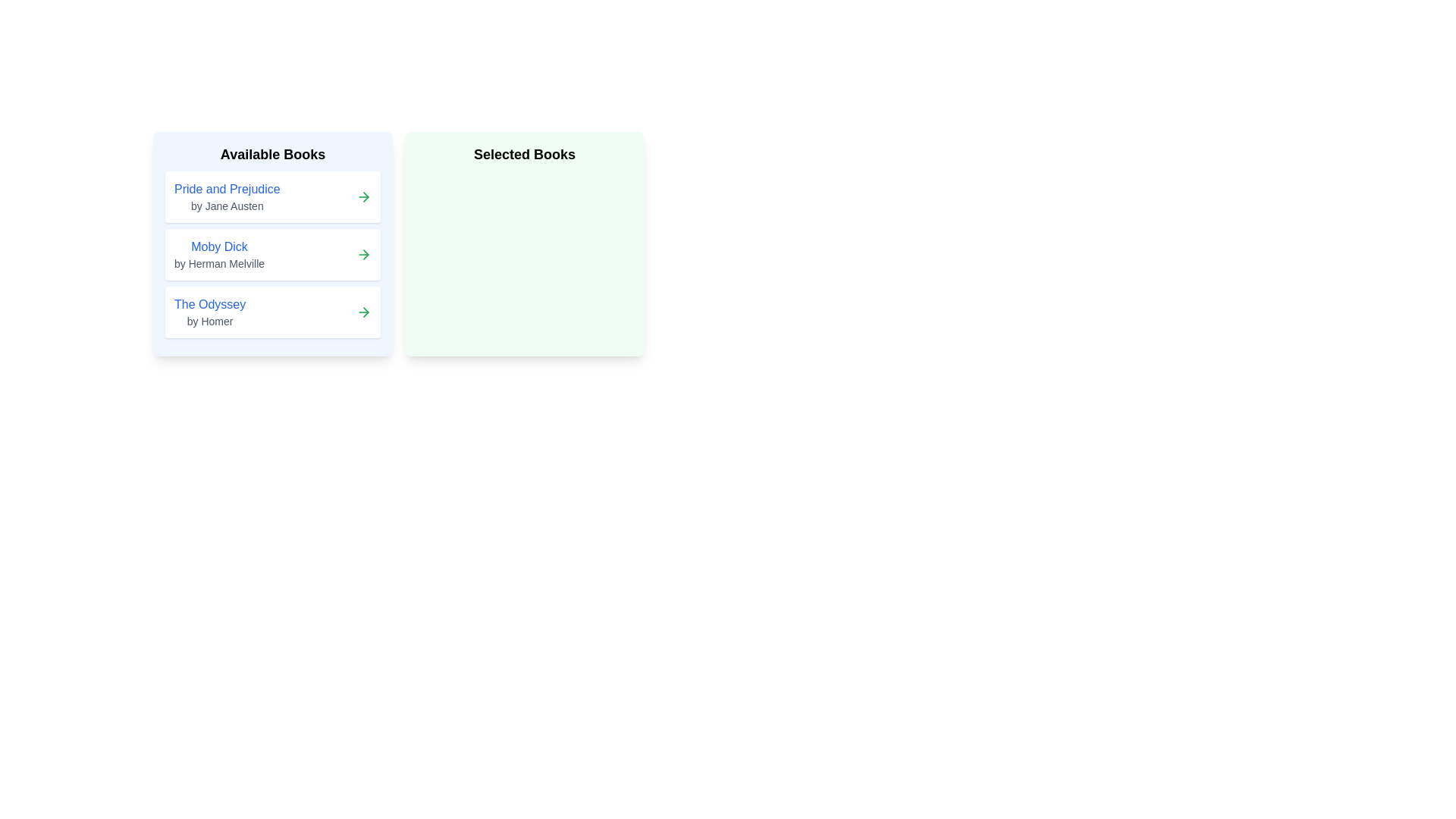  Describe the element at coordinates (218, 262) in the screenshot. I see `the text label displaying the author of the book 'Moby Dick', which is located under the title in the left panel labeled 'Available Books'` at that location.